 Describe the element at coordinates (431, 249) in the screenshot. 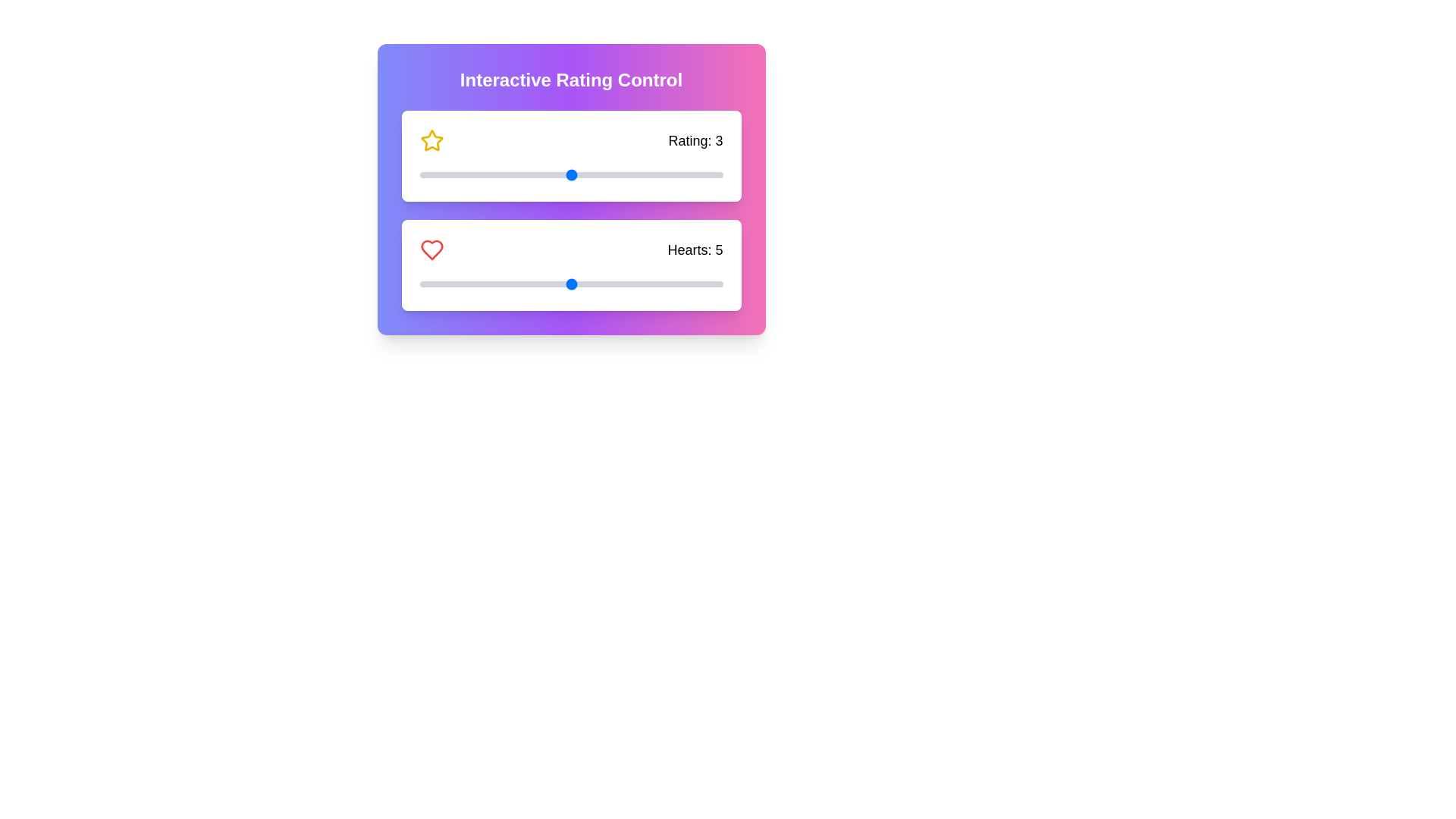

I see `the heart icon in the component` at that location.